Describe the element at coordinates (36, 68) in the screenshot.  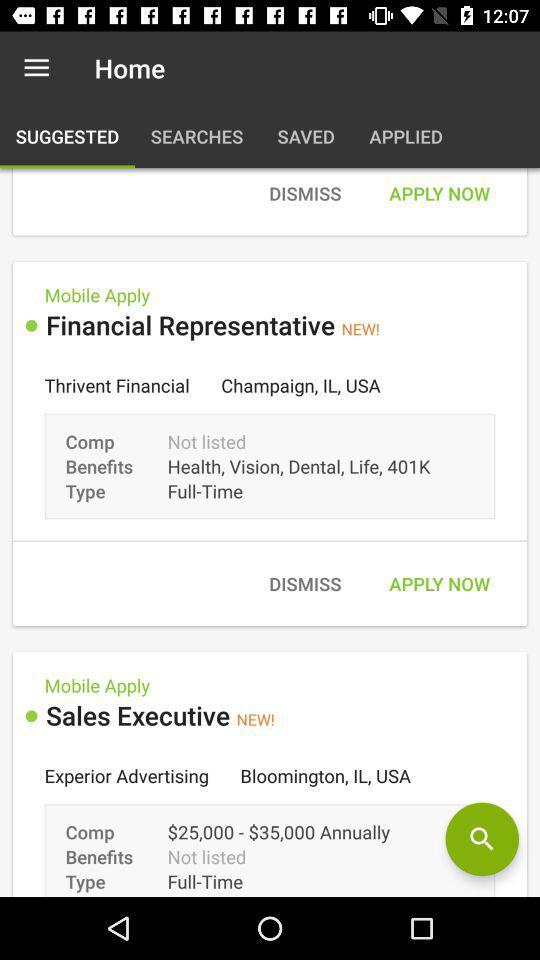
I see `the icon to the left of the home icon` at that location.